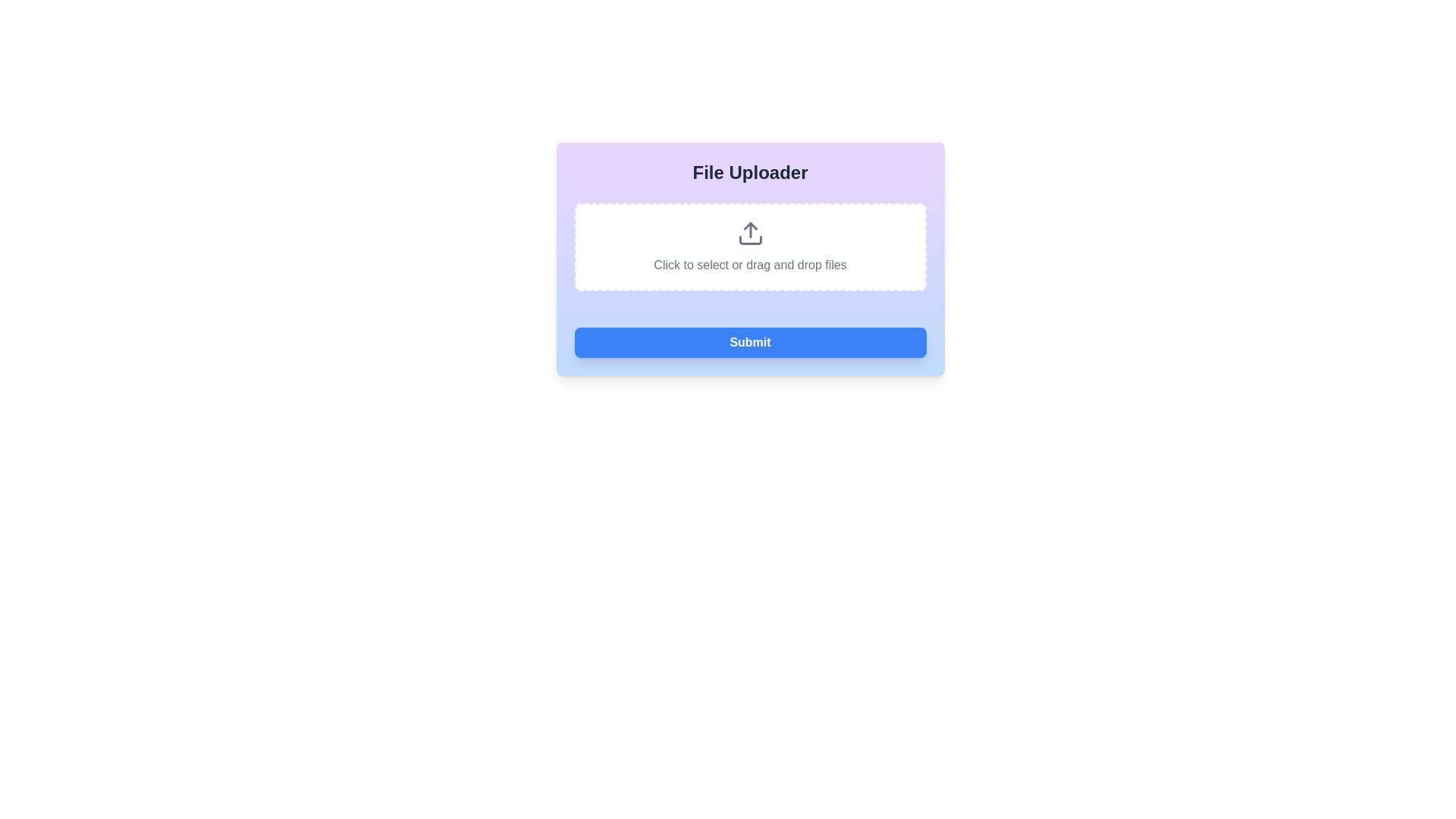  What do you see at coordinates (750, 259) in the screenshot?
I see `the 'Submit' button located below the 'File Uploader' header in the Form panel to proceed with the file upload` at bounding box center [750, 259].